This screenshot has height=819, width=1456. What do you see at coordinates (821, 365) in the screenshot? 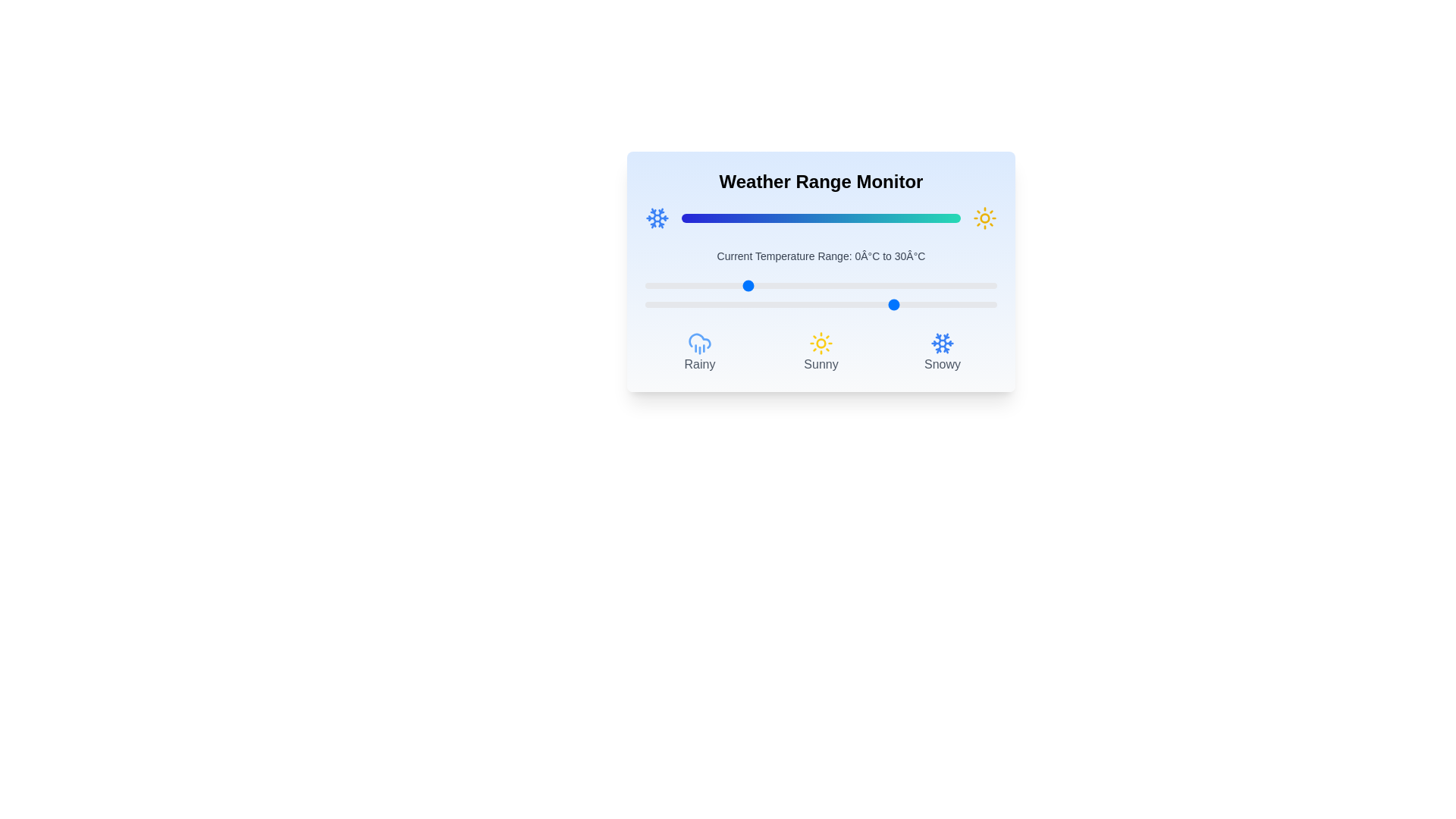
I see `text of the 'Sunny' label, which describes the current weather condition and is centrally aligned below the sun icon` at bounding box center [821, 365].